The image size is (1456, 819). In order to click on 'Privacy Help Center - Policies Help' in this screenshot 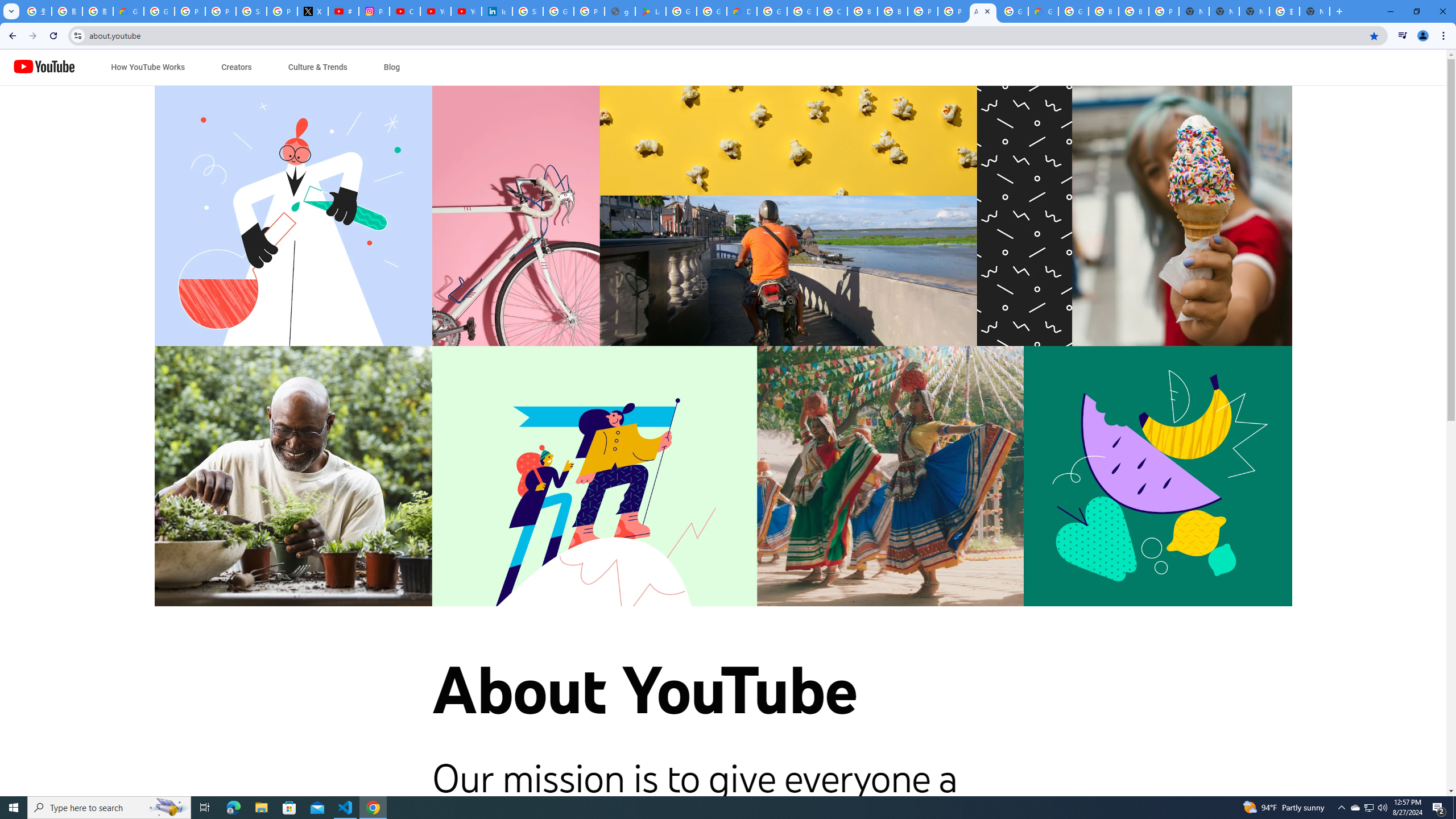, I will do `click(221, 11)`.